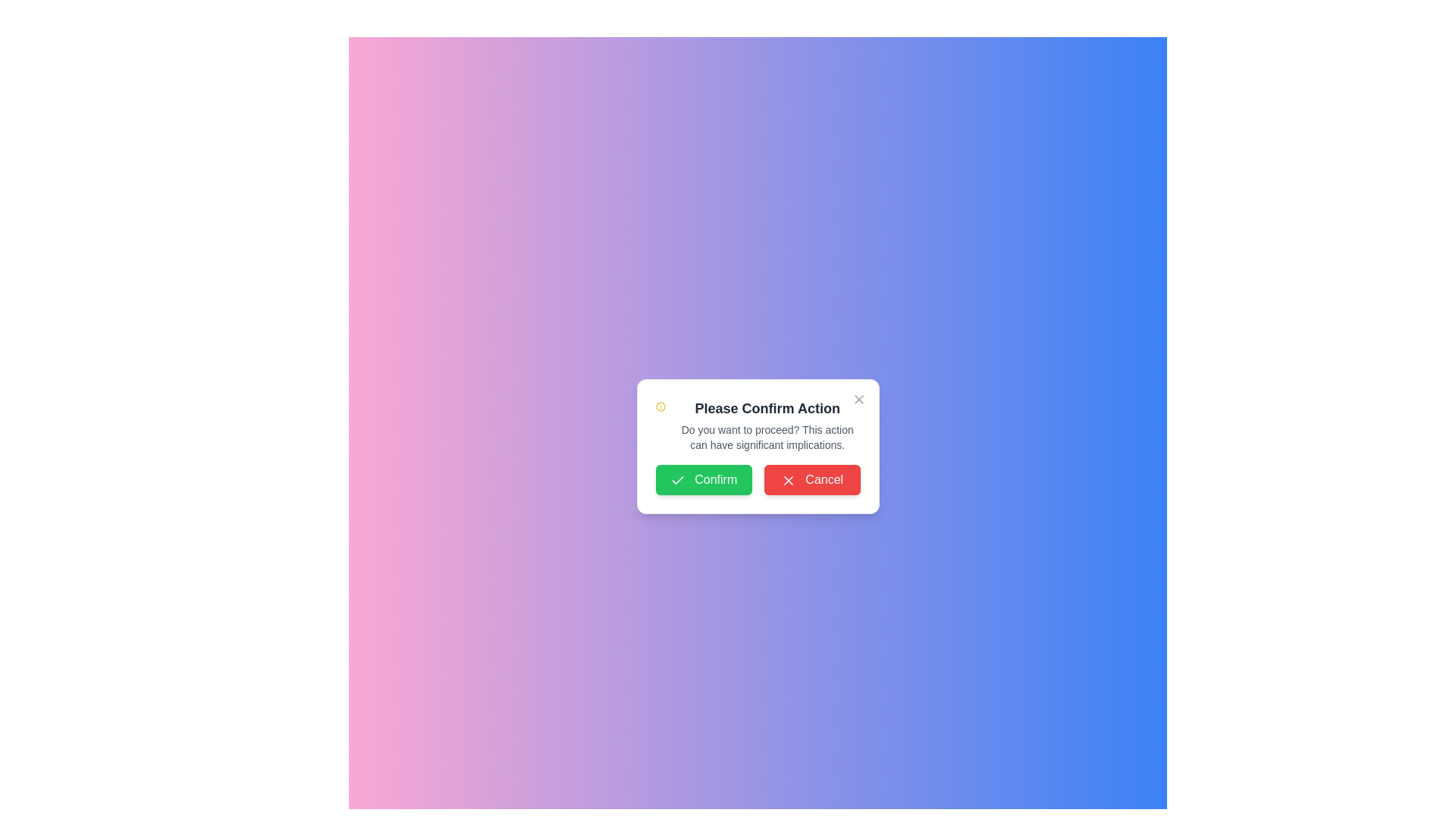 The width and height of the screenshot is (1456, 819). Describe the element at coordinates (702, 479) in the screenshot. I see `the green 'Confirm' button with rounded edges and a checkmark icon to observe hover effects` at that location.